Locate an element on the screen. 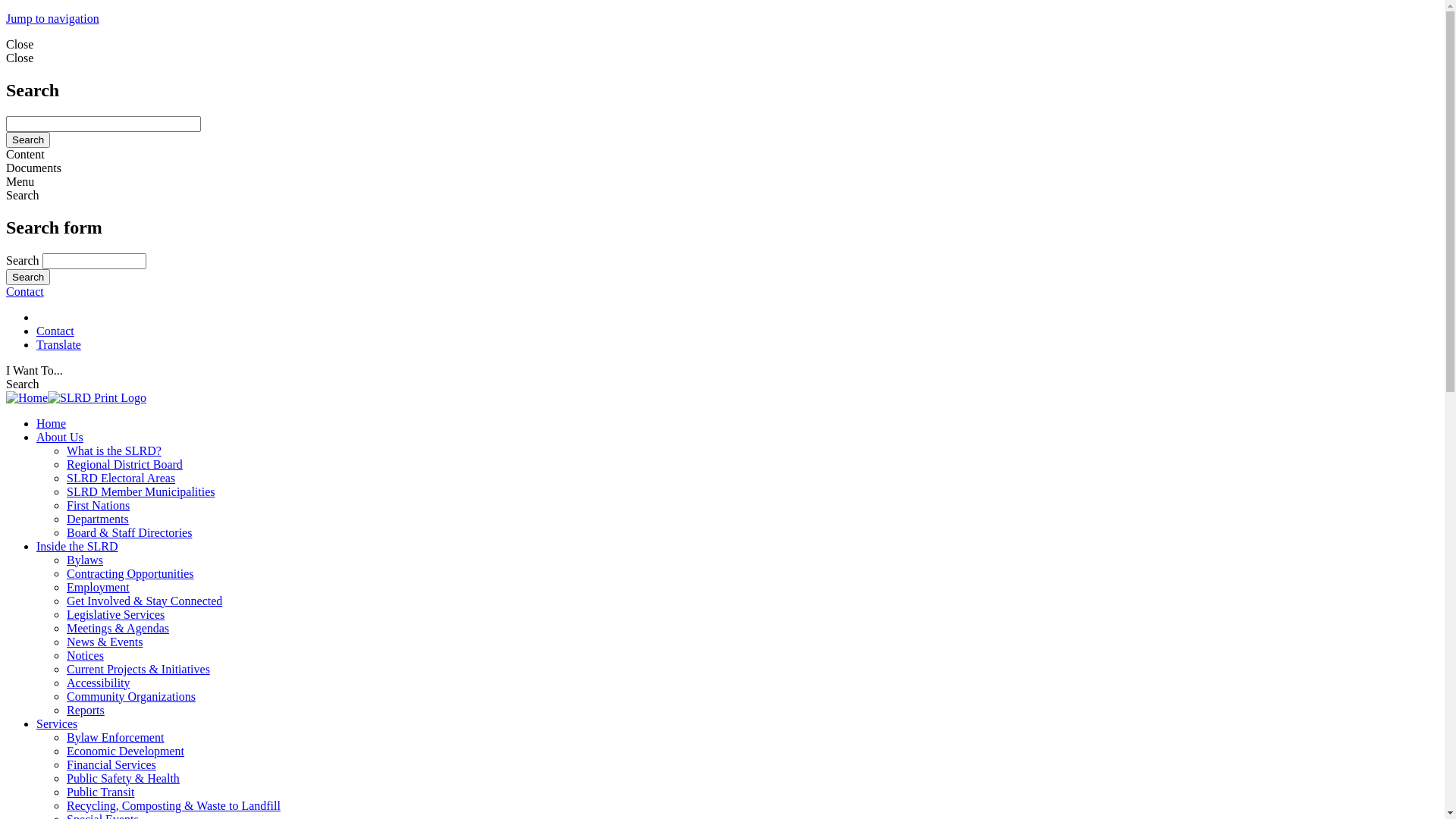  'Contracting Opportunities' is located at coordinates (130, 573).